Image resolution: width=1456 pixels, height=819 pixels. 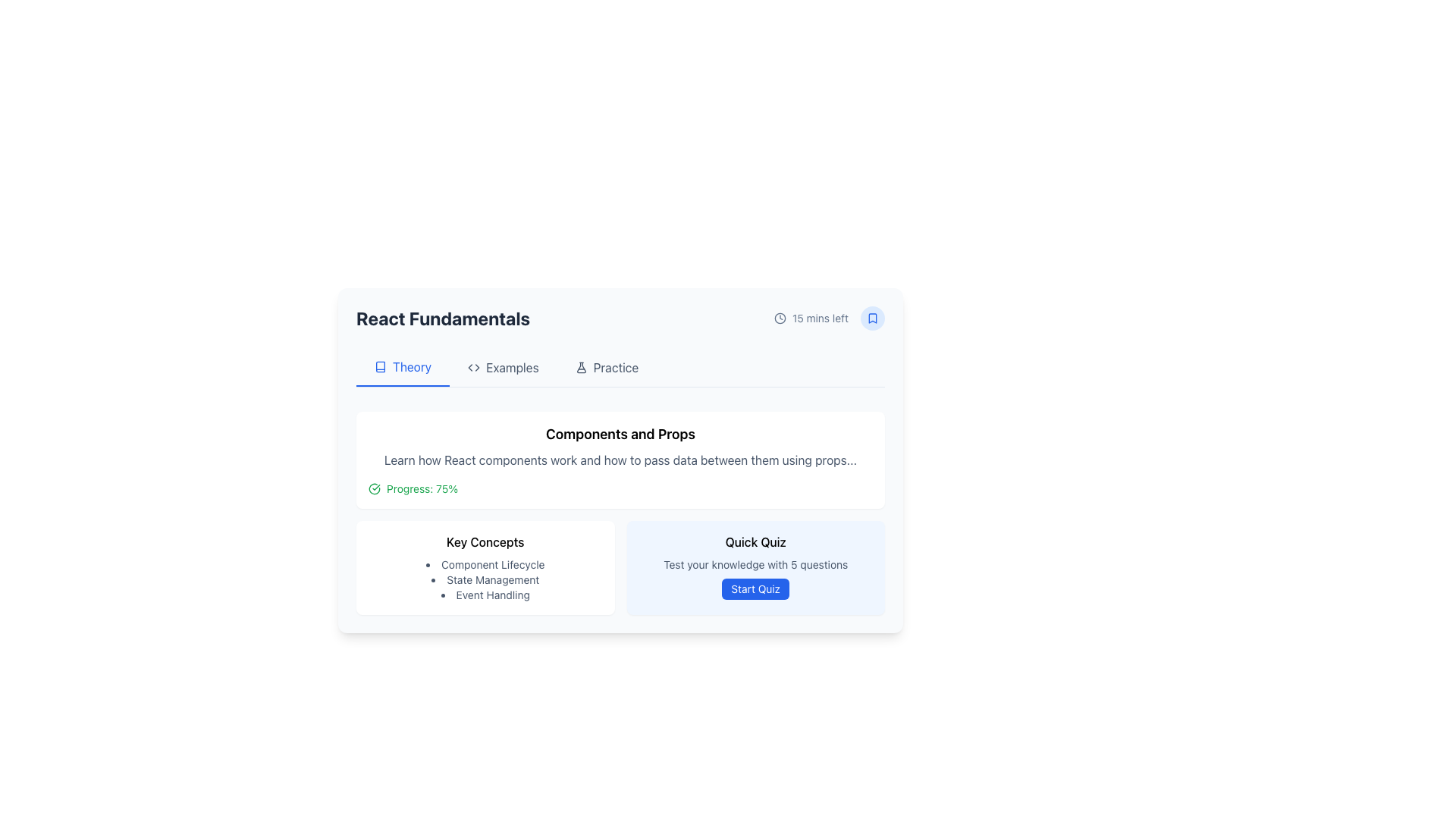 What do you see at coordinates (755, 588) in the screenshot?
I see `the 'Start Quiz' button located in the bottom-right corner of the light blue card titled 'Quick Quiz' to initiate the quiz` at bounding box center [755, 588].